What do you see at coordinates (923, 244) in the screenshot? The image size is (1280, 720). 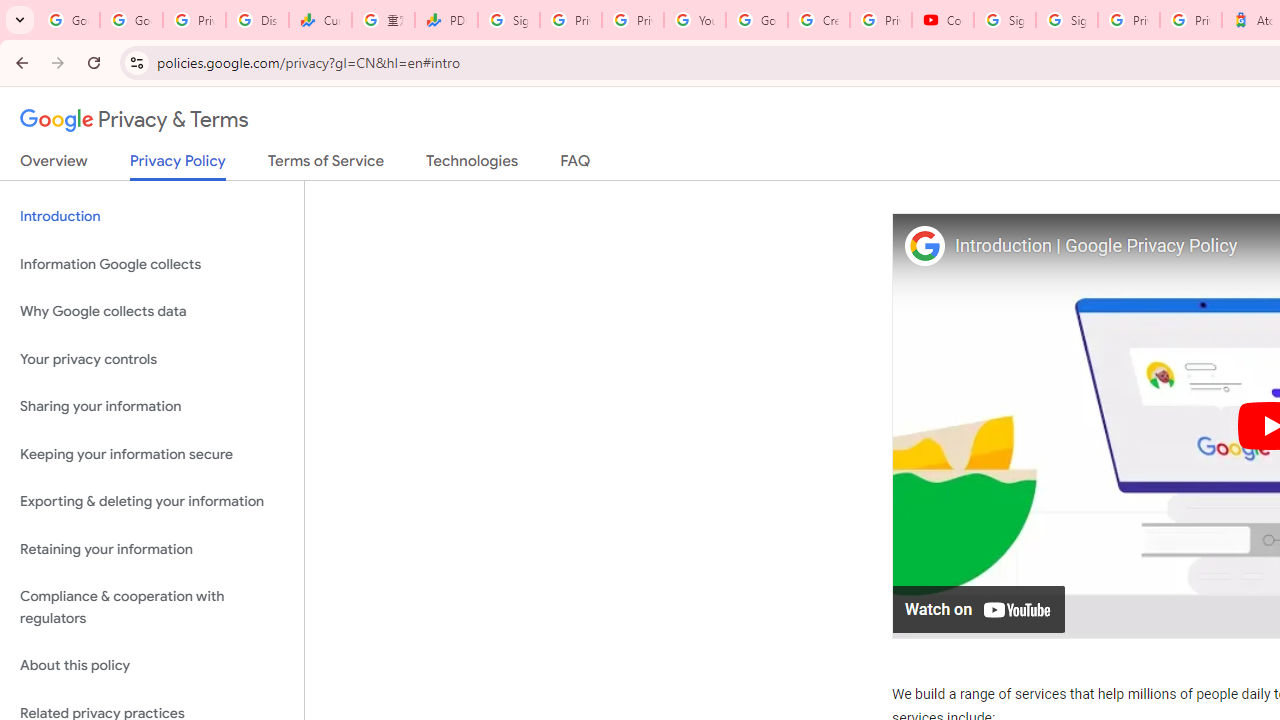 I see `'Photo image of Google'` at bounding box center [923, 244].